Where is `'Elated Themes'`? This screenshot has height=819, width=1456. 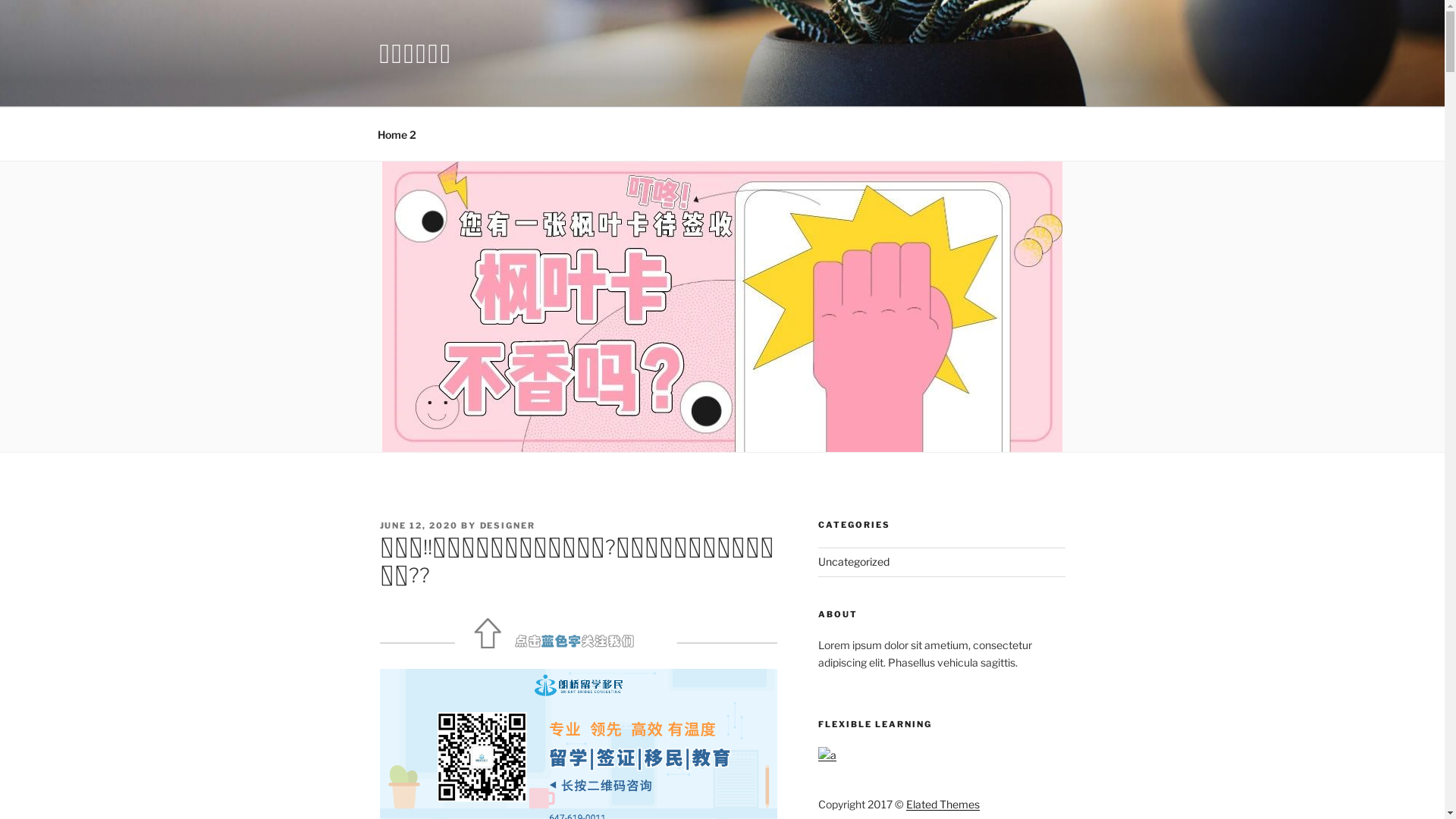 'Elated Themes' is located at coordinates (942, 803).